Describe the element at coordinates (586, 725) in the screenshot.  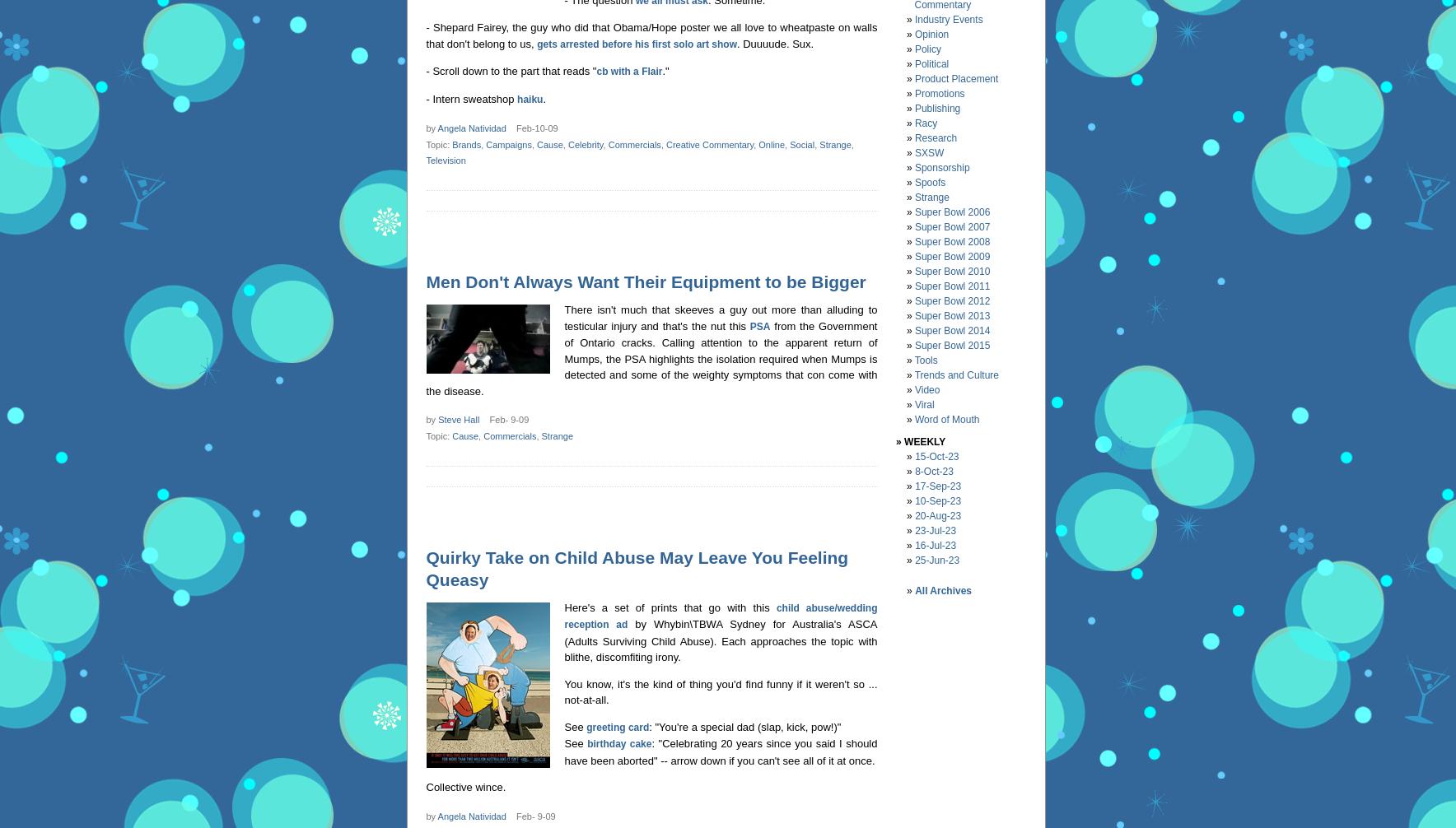
I see `'greeting card'` at that location.